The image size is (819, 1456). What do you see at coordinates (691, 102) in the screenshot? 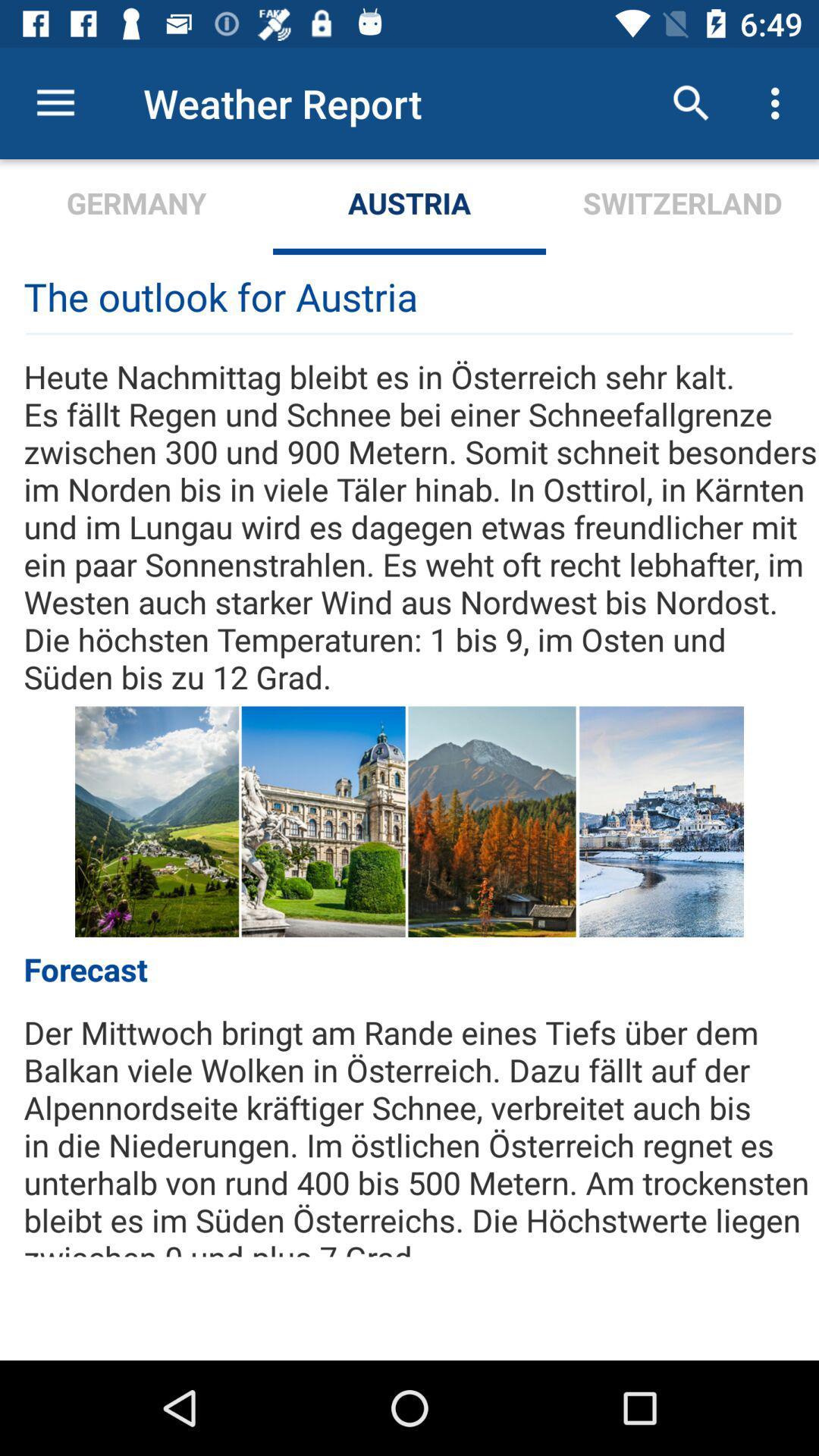
I see `the item next to the austria icon` at bounding box center [691, 102].